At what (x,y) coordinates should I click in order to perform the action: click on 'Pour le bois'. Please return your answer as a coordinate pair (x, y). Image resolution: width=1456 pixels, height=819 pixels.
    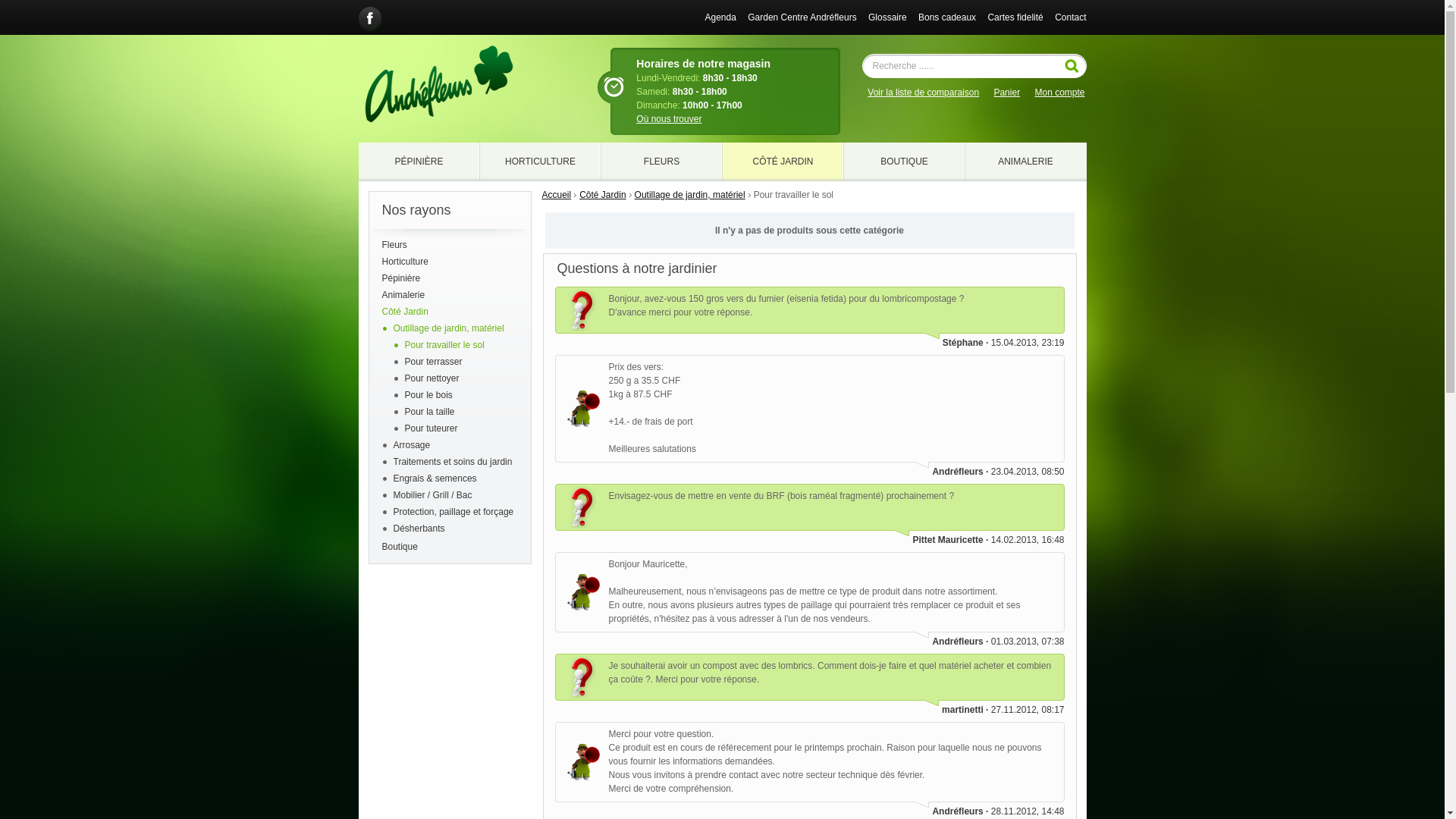
    Looking at the image, I should click on (428, 394).